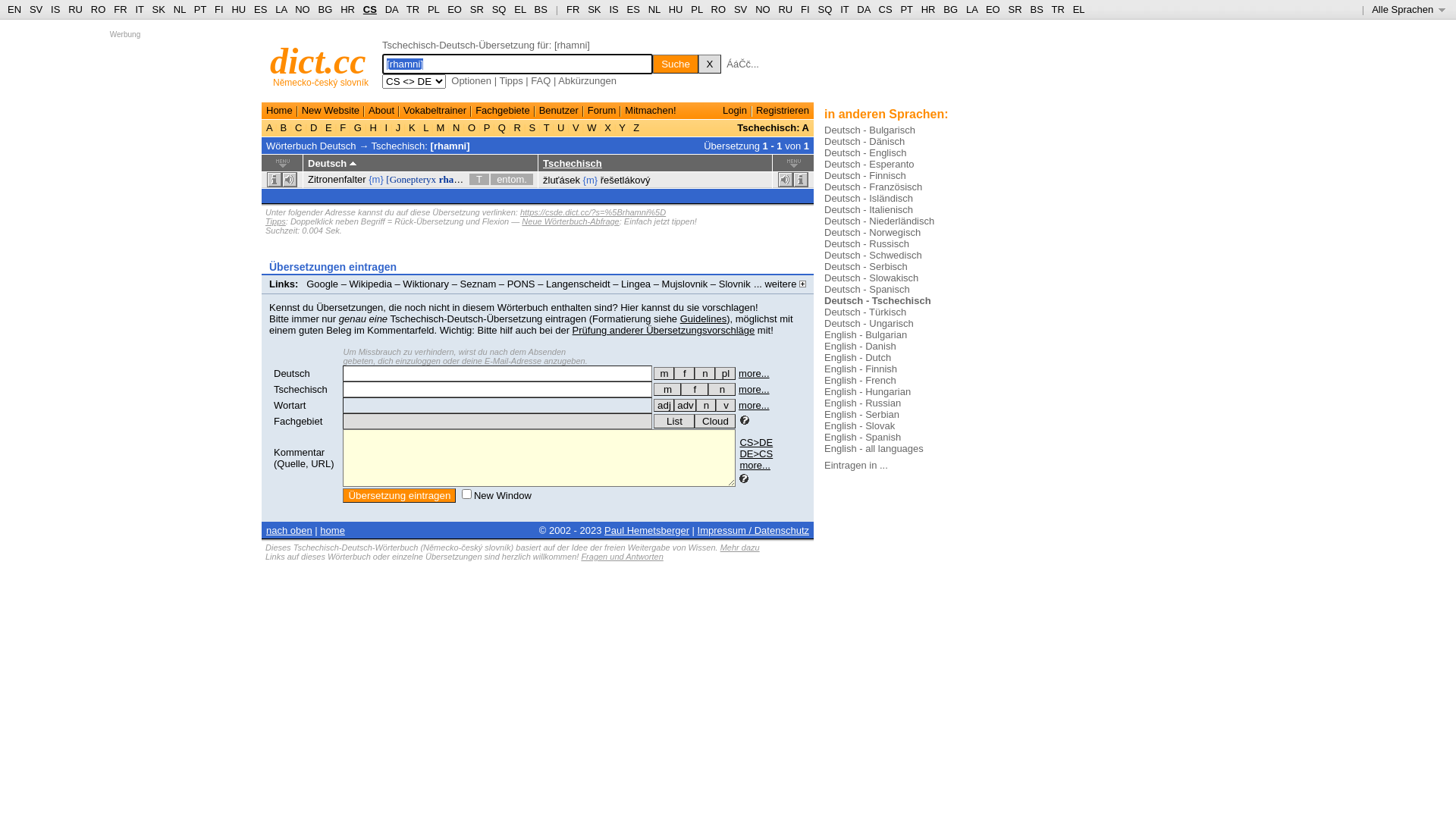 The height and width of the screenshot is (819, 1456). Describe the element at coordinates (1078, 9) in the screenshot. I see `'EL'` at that location.